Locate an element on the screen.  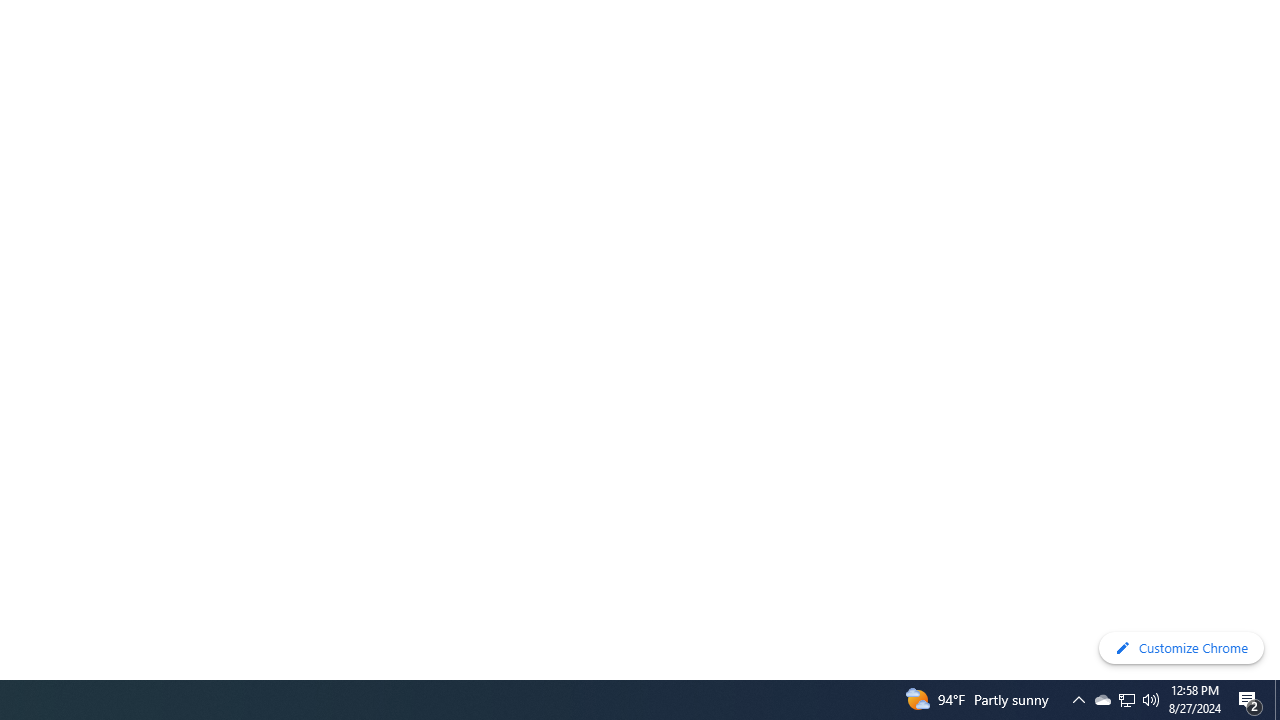
'Customize Chrome' is located at coordinates (1181, 648).